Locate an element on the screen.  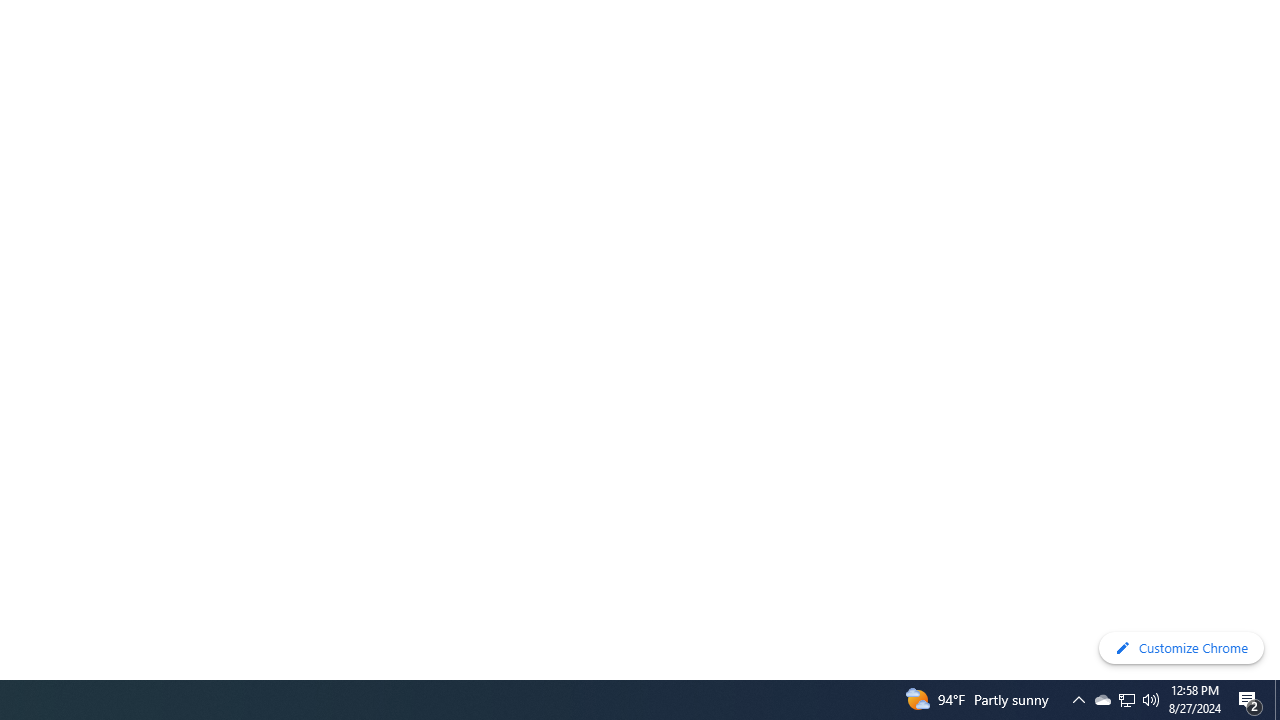
'Customize Chrome' is located at coordinates (1181, 648).